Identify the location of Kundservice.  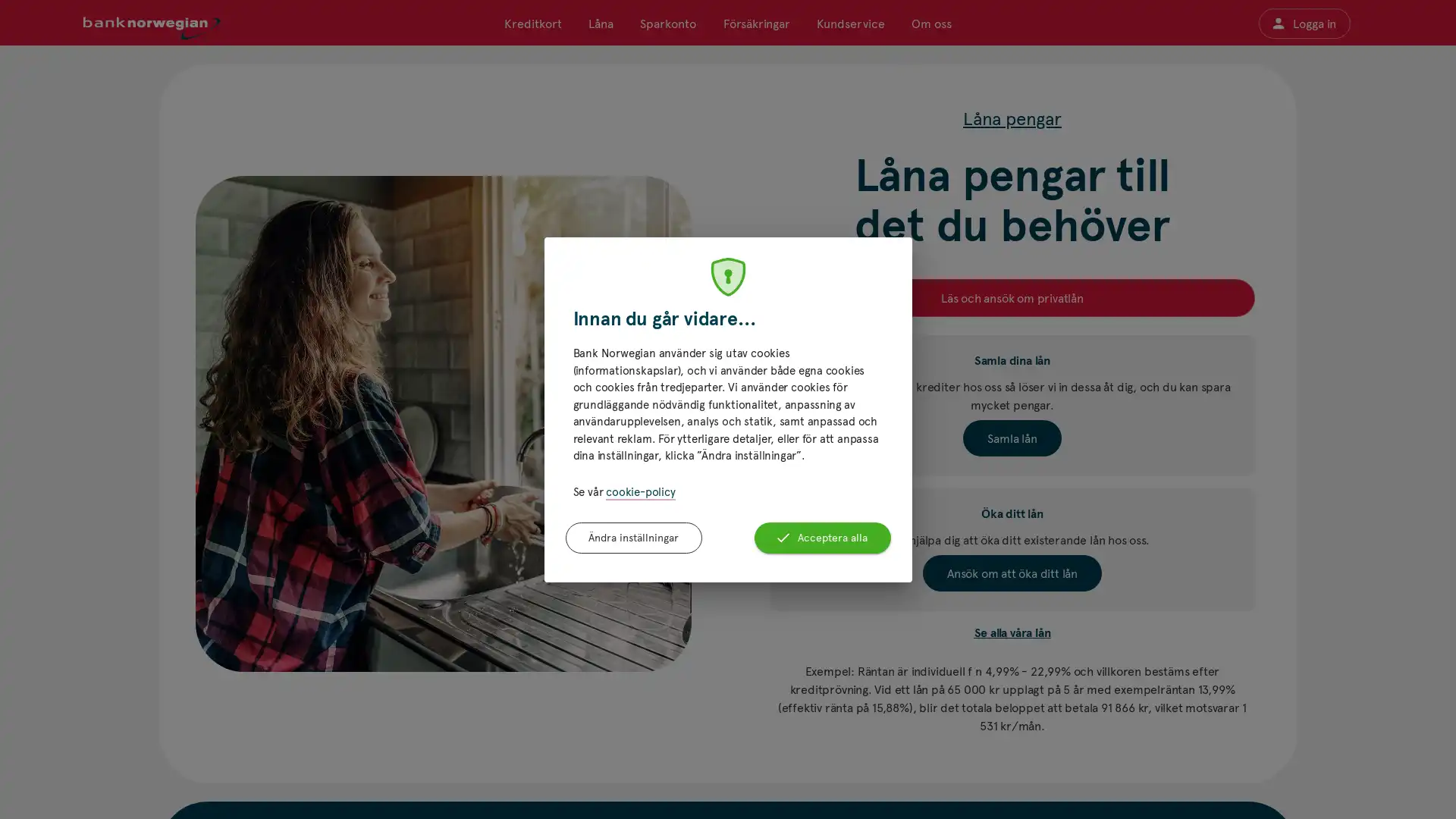
(850, 23).